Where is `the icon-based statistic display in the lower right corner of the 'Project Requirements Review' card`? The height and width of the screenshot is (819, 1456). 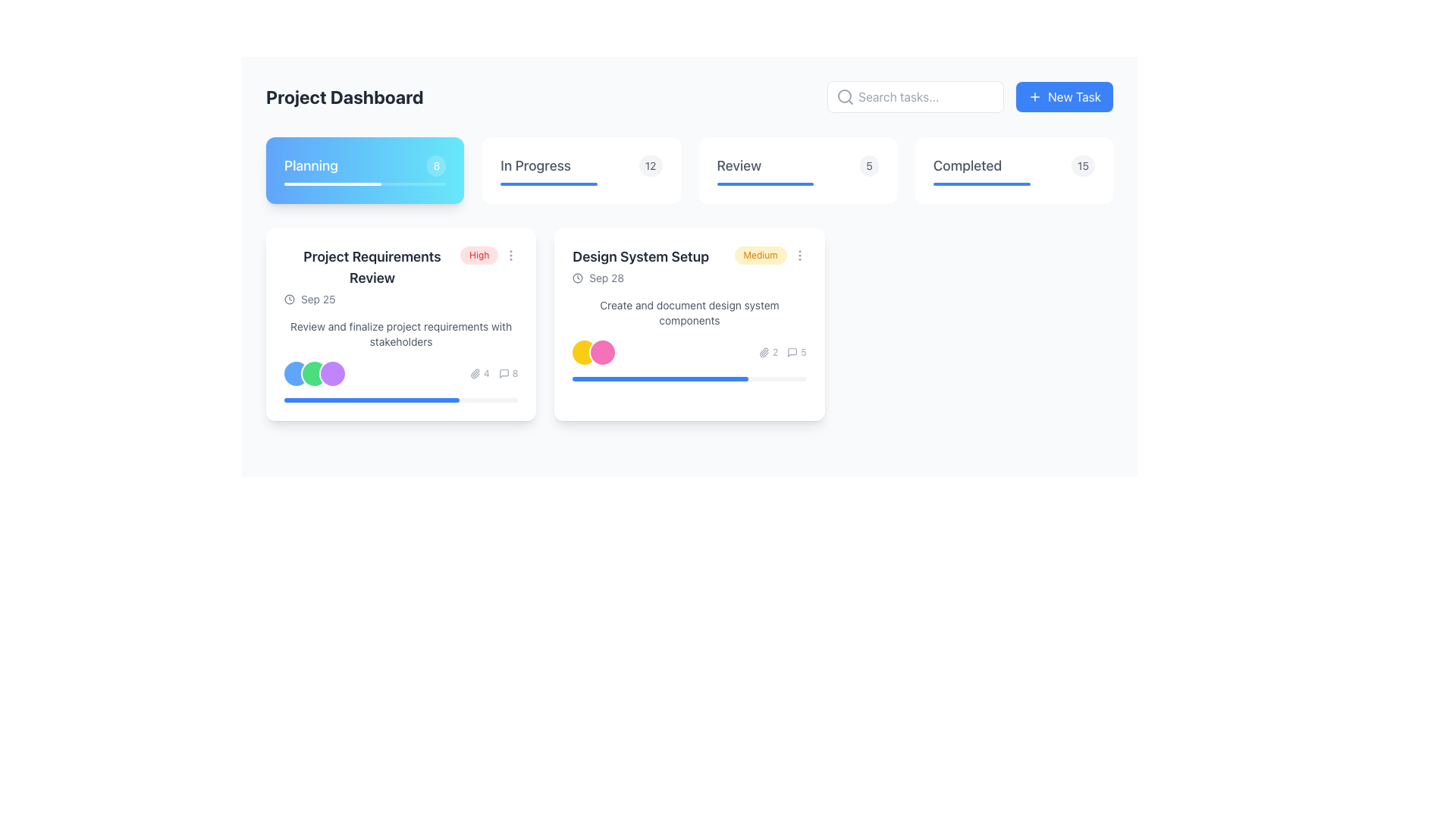 the icon-based statistic display in the lower right corner of the 'Project Requirements Review' card is located at coordinates (494, 374).